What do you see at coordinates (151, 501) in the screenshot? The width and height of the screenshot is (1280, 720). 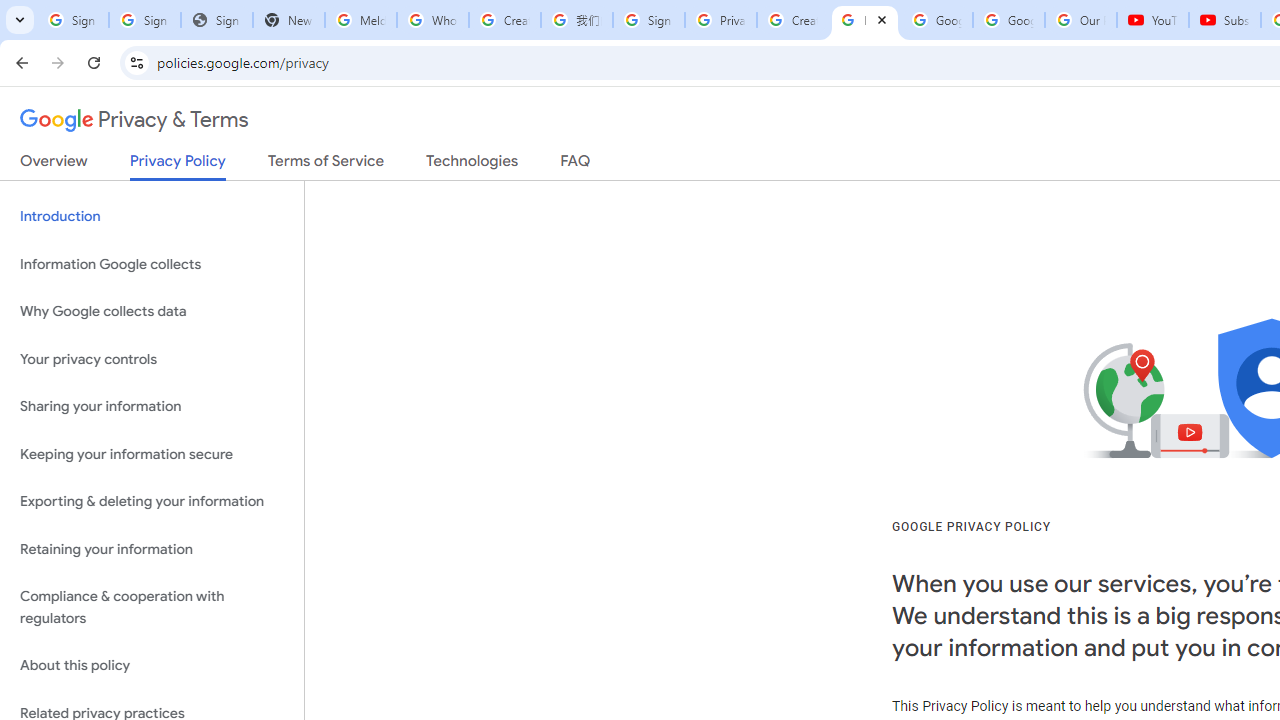 I see `'Exporting & deleting your information'` at bounding box center [151, 501].